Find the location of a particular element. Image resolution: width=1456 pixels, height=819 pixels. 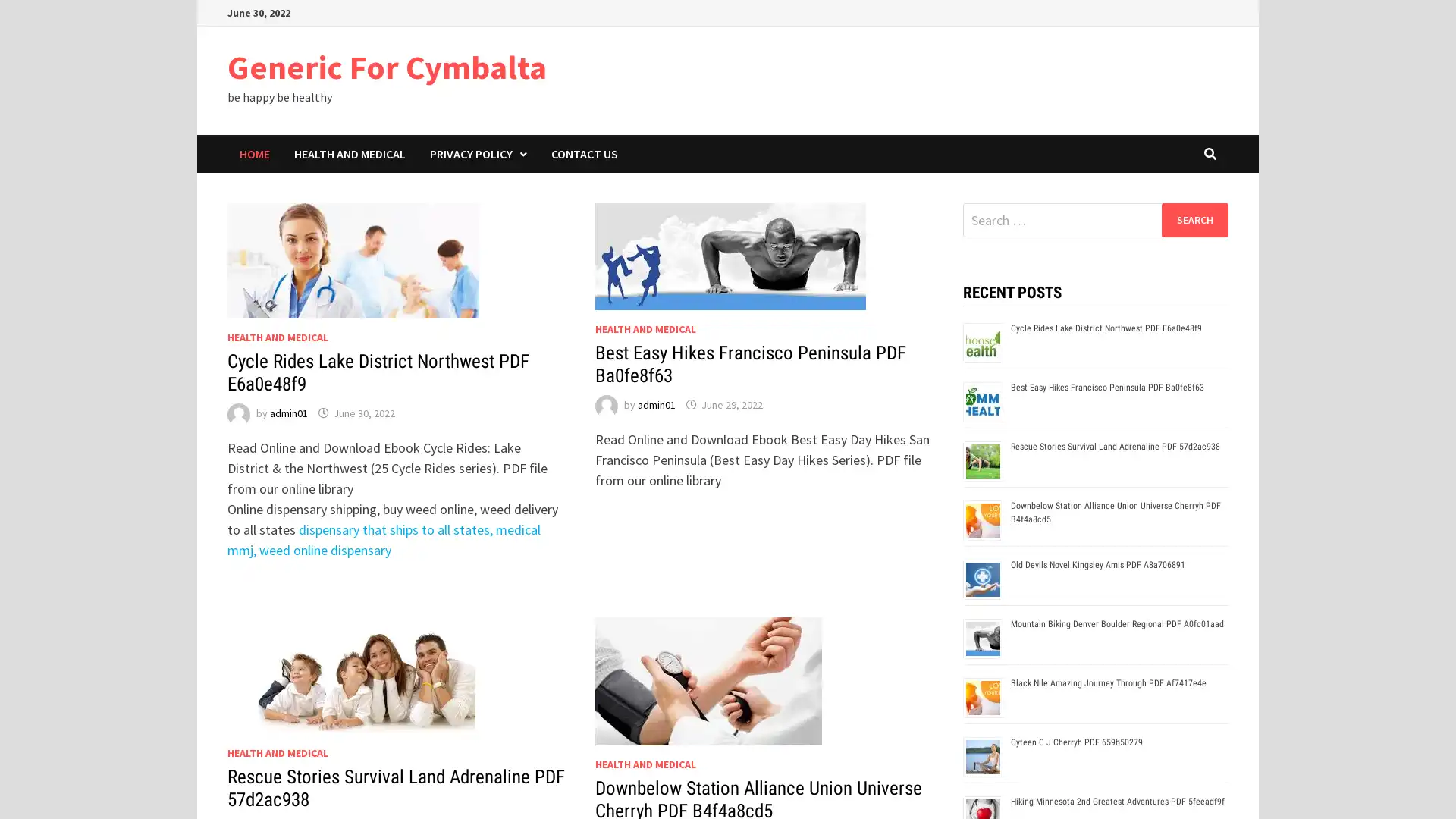

Search is located at coordinates (1194, 219).